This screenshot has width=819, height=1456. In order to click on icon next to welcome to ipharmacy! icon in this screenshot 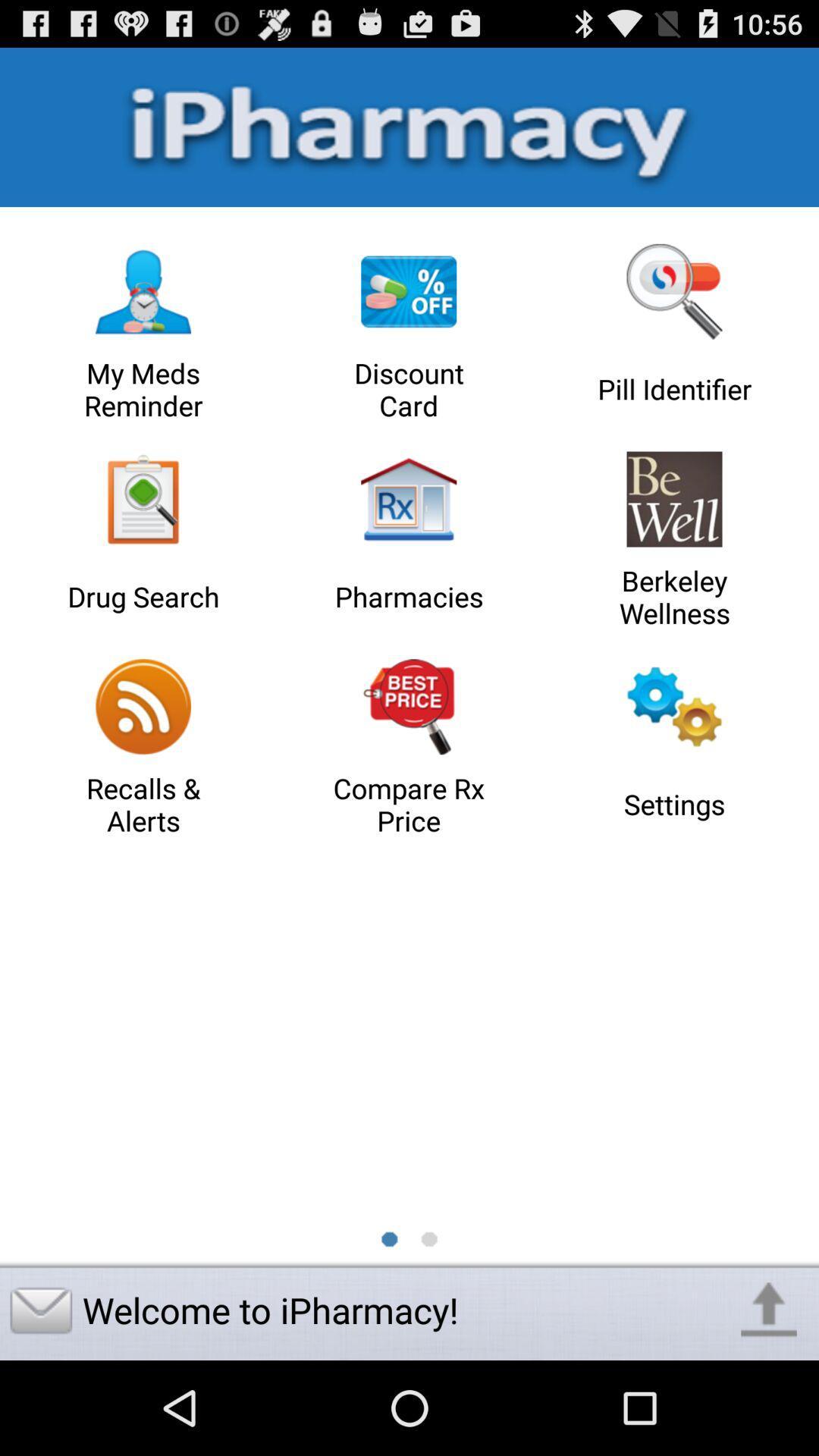, I will do `click(769, 1310)`.